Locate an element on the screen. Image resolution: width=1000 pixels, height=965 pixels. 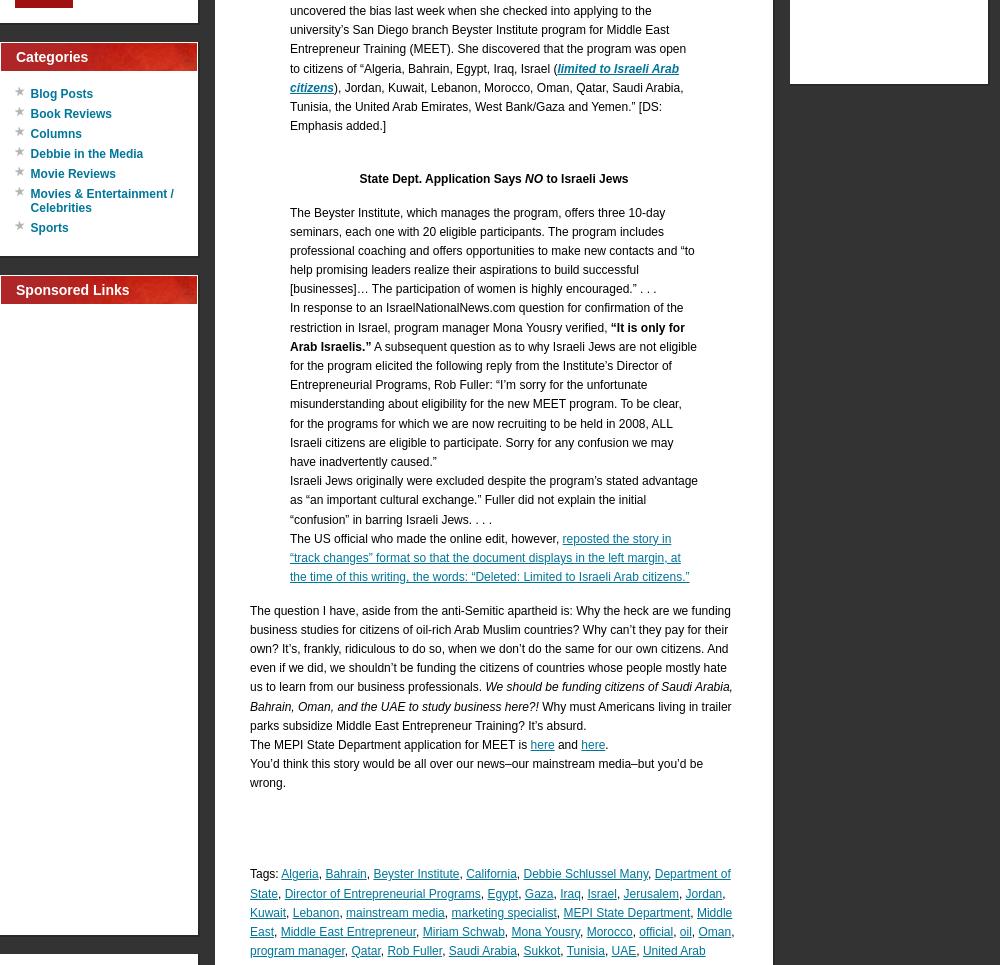
'Tags:' is located at coordinates (265, 874).